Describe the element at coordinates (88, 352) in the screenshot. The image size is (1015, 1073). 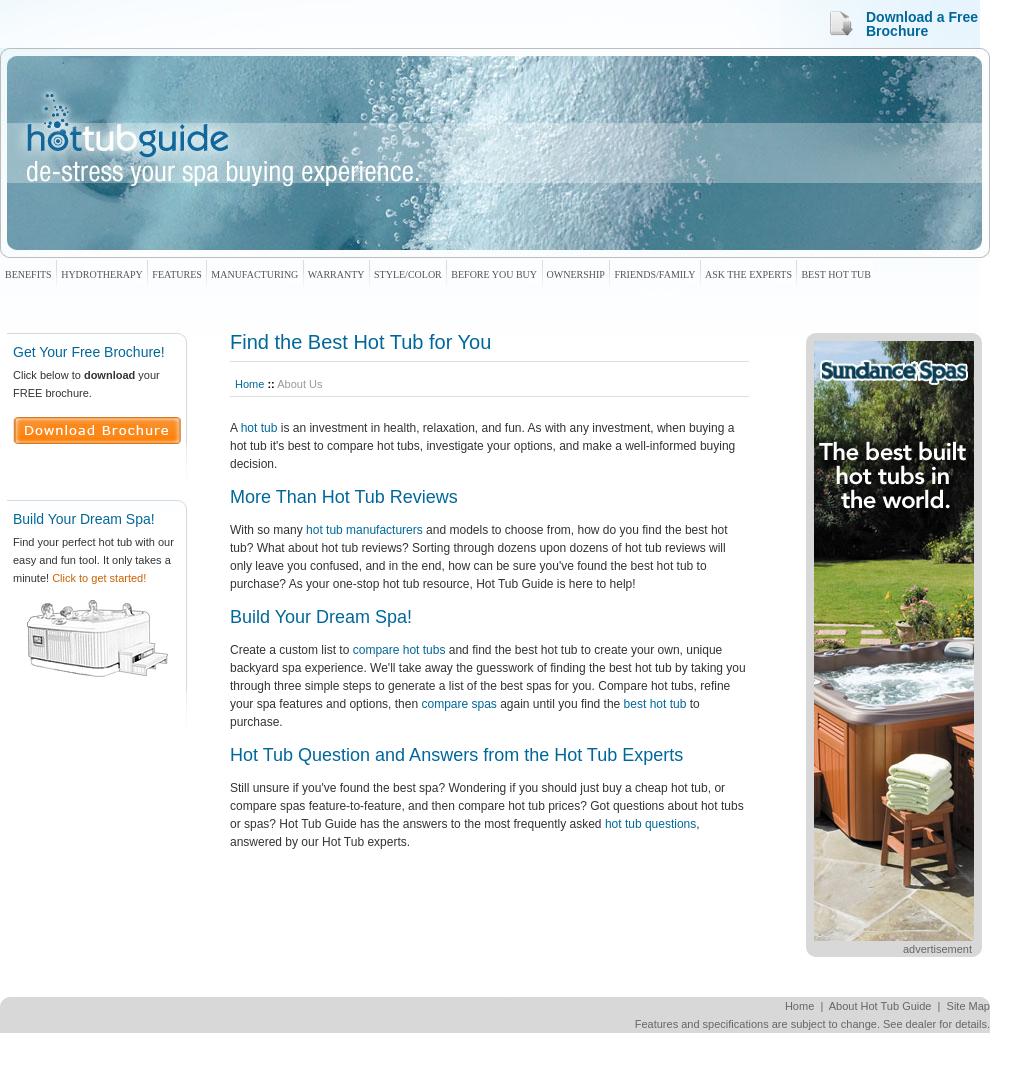
I see `'Get Your Free Brochure!'` at that location.